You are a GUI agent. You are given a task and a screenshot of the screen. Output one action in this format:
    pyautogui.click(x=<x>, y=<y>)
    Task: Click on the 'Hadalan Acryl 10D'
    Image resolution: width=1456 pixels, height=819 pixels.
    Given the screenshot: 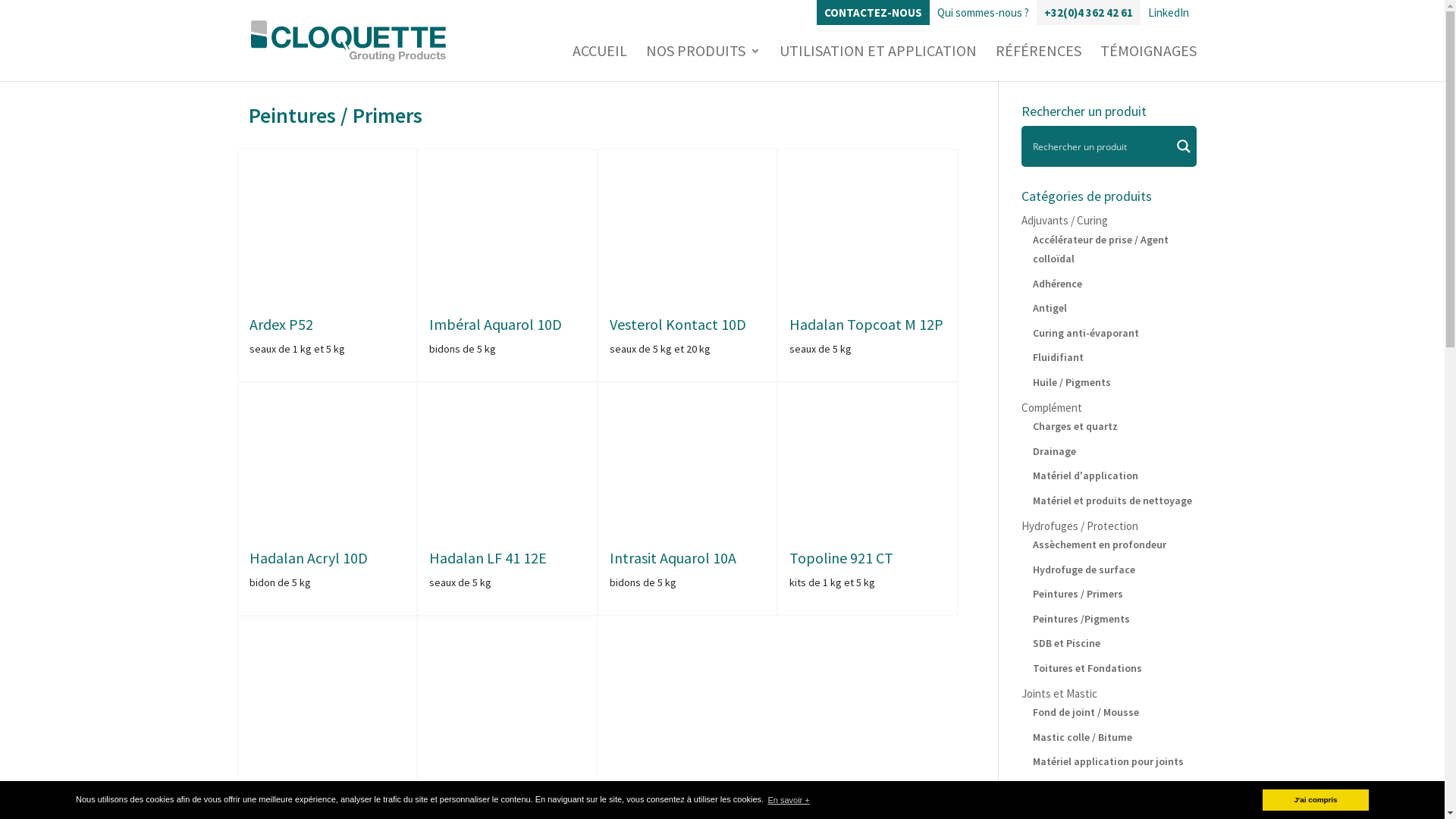 What is the action you would take?
    pyautogui.click(x=307, y=557)
    